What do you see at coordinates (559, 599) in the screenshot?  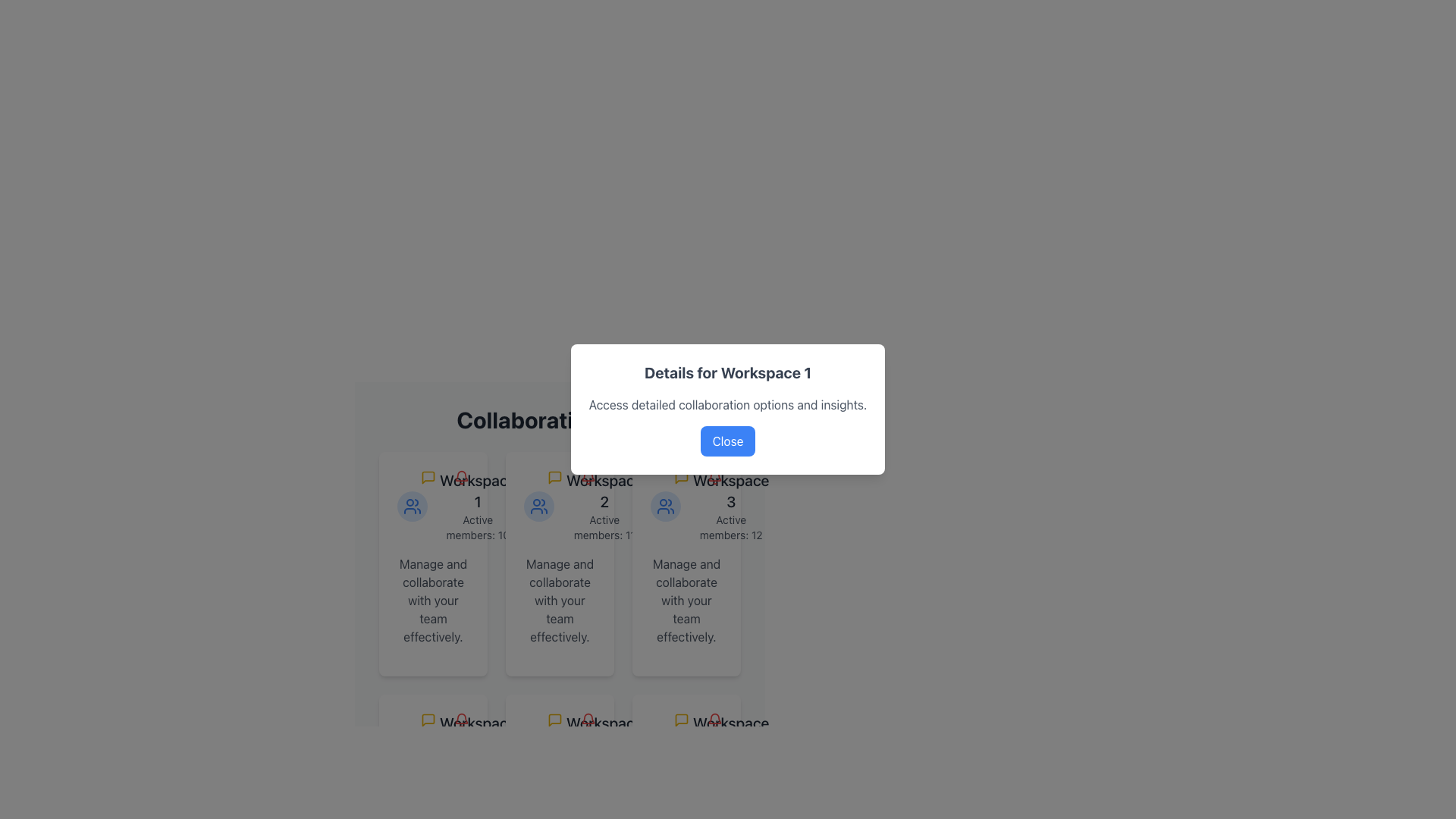 I see `the informational text label located at the bottom section of the second workspace card, which provides details about the purpose of the workspace` at bounding box center [559, 599].